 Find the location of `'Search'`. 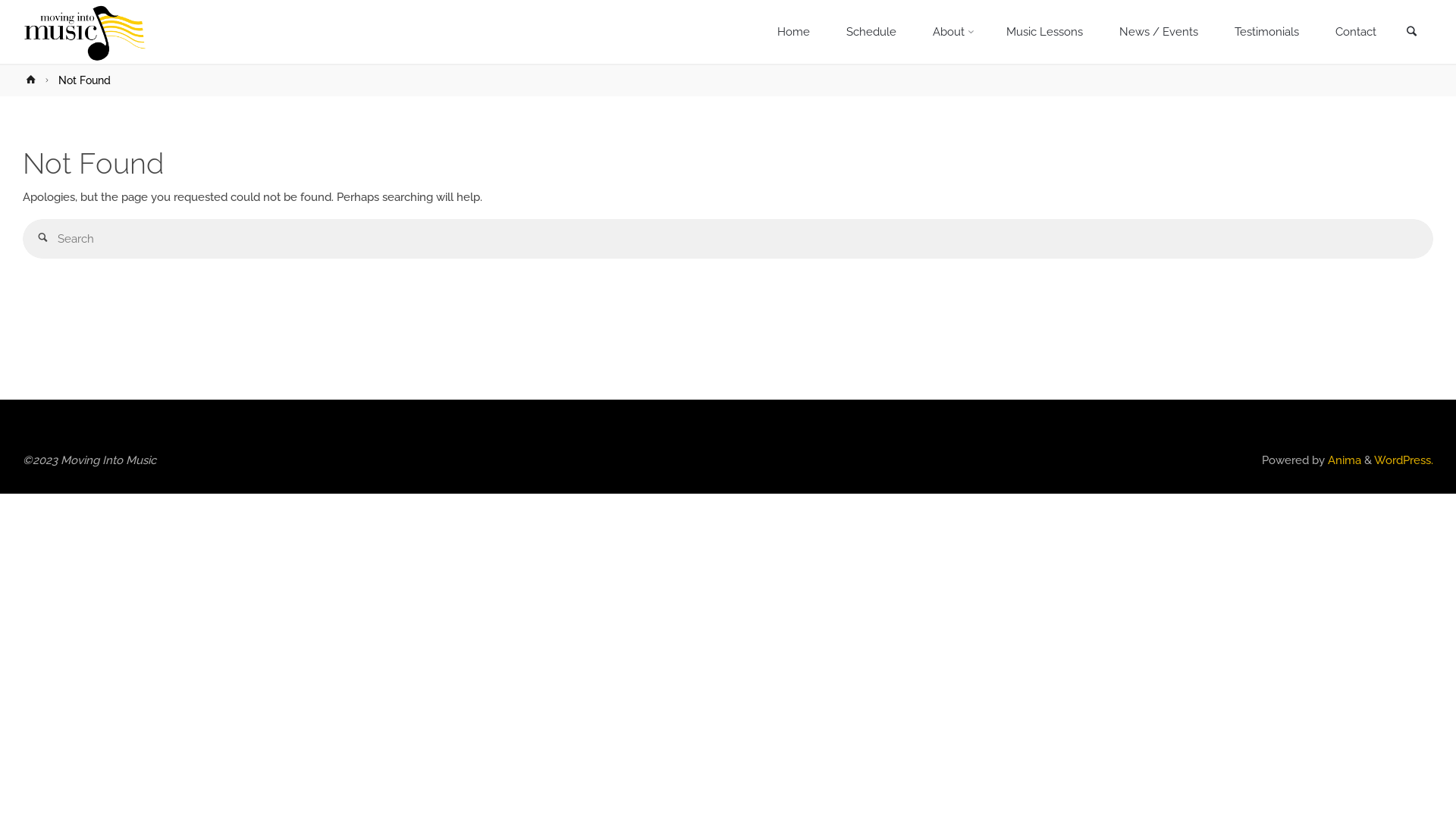

'Search' is located at coordinates (1410, 33).